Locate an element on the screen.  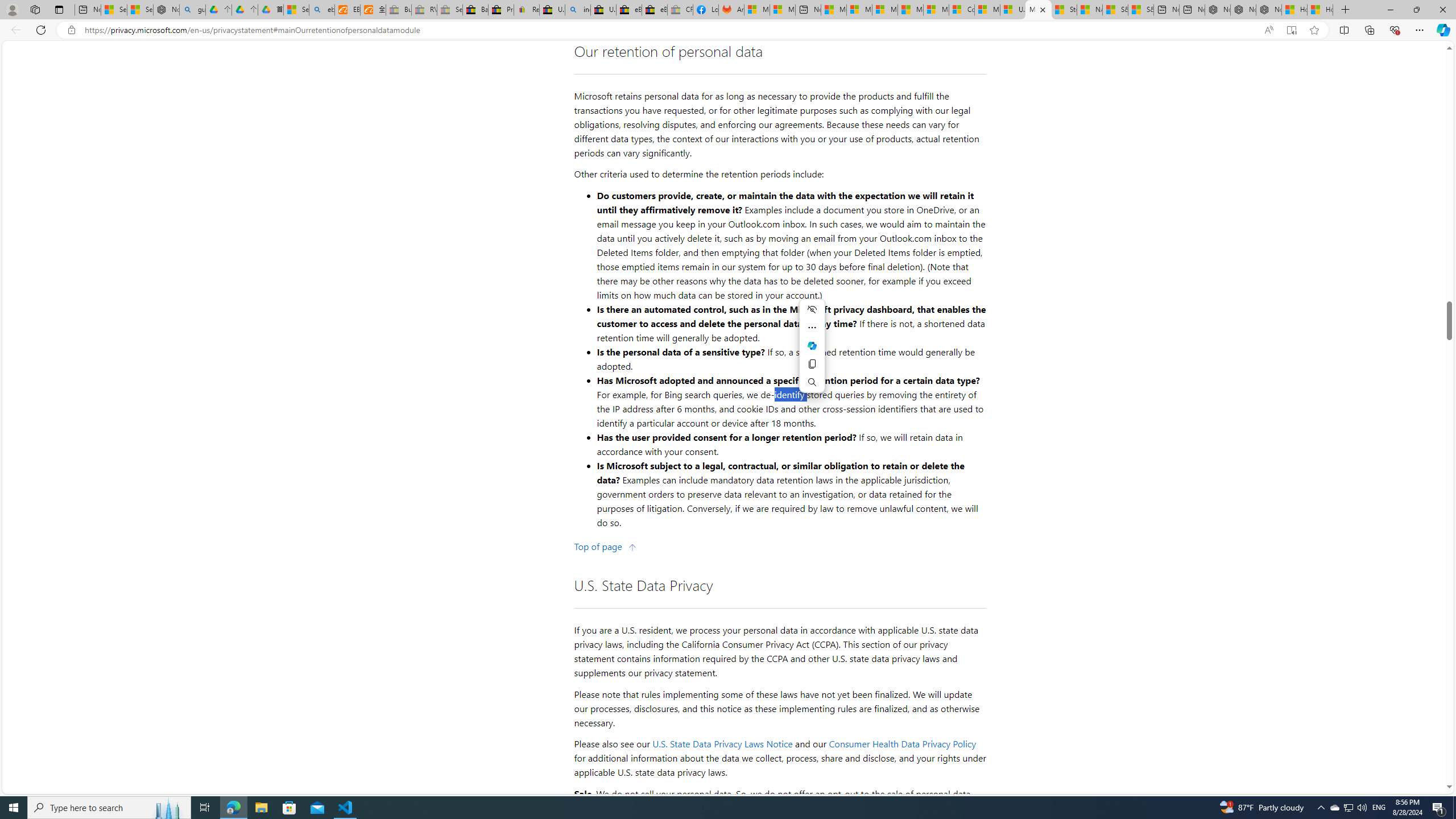
'Top of page' is located at coordinates (605, 547).